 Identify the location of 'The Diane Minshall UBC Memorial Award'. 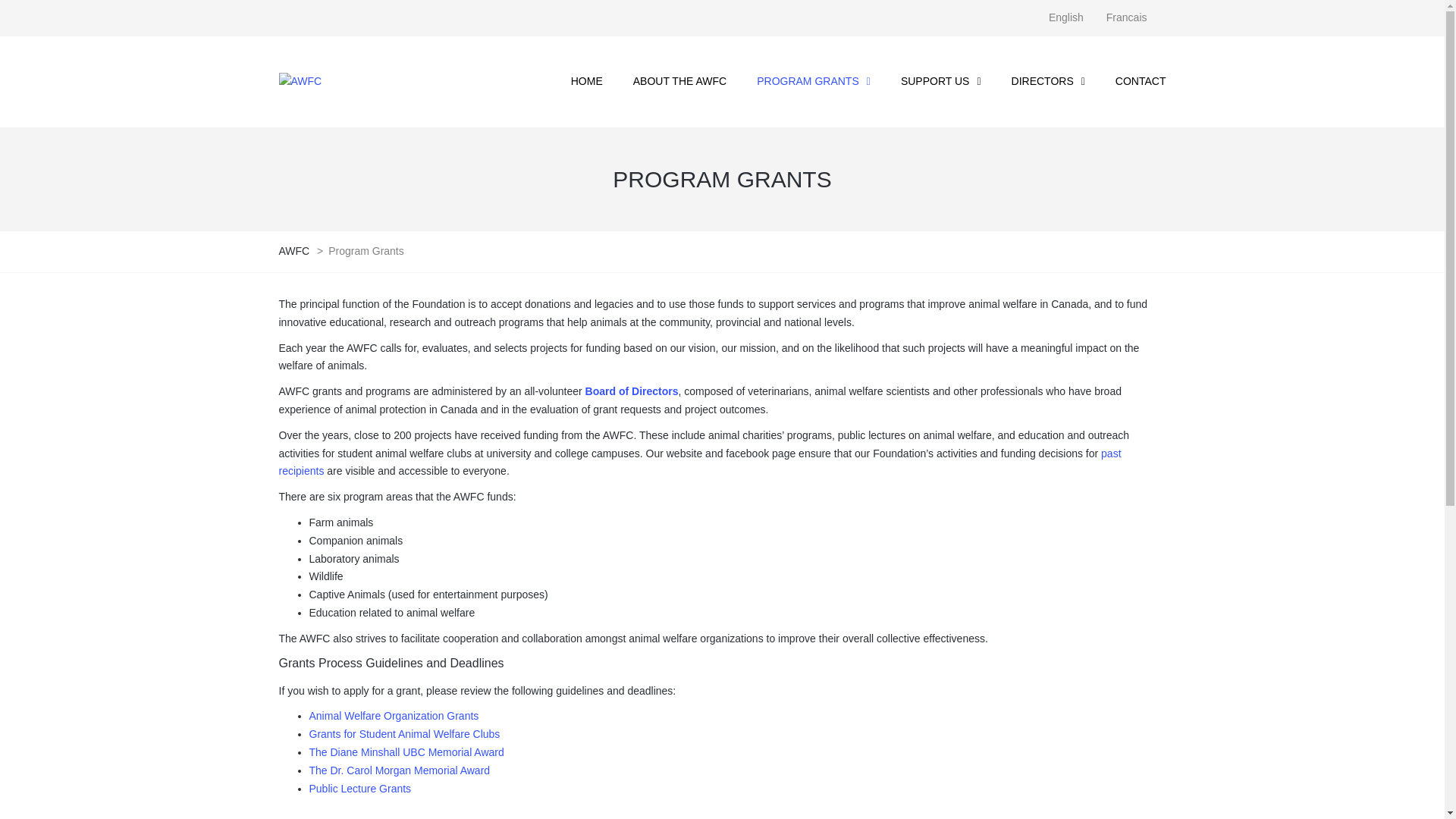
(406, 752).